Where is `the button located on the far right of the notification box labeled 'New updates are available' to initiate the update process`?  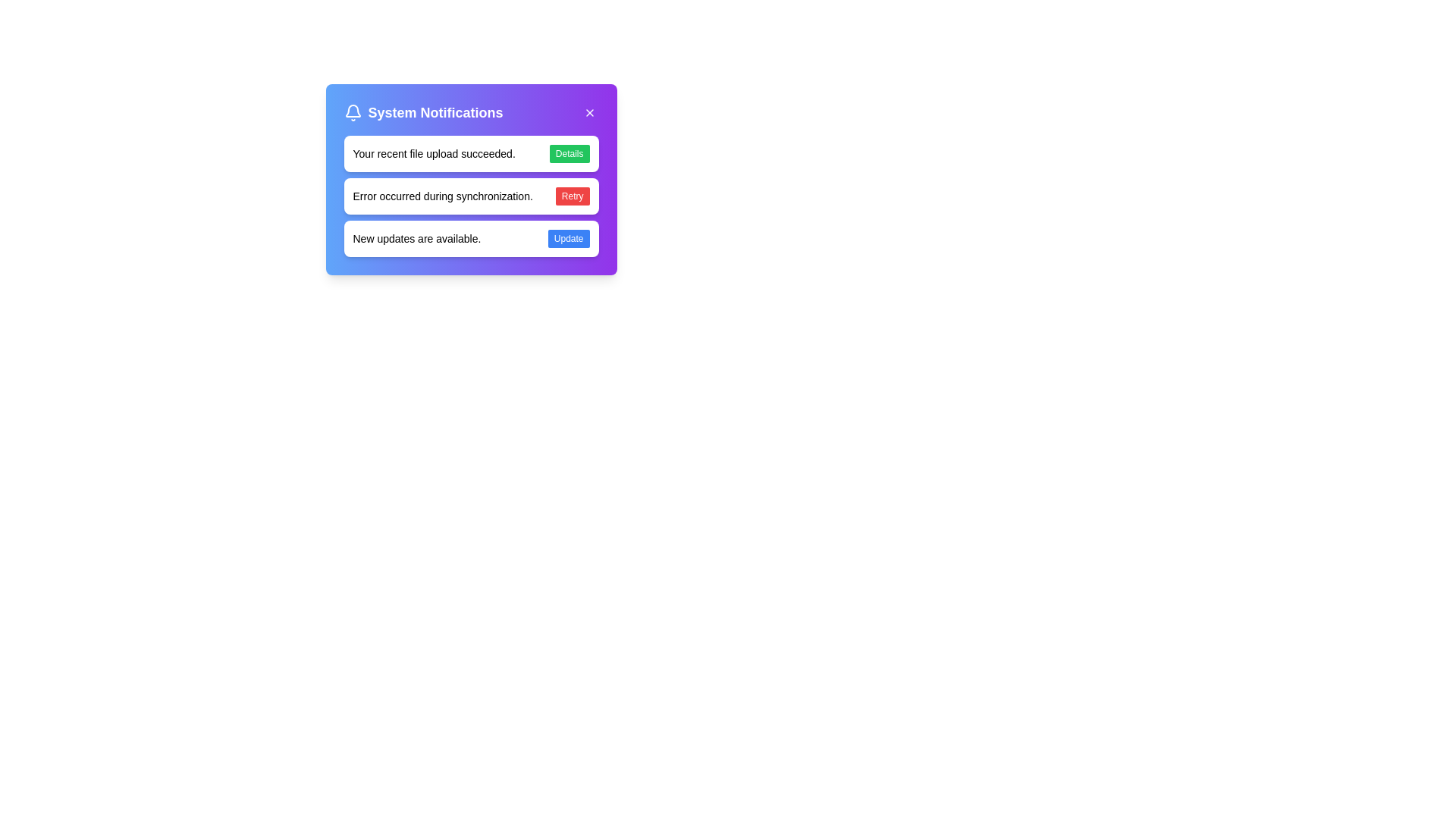 the button located on the far right of the notification box labeled 'New updates are available' to initiate the update process is located at coordinates (567, 239).